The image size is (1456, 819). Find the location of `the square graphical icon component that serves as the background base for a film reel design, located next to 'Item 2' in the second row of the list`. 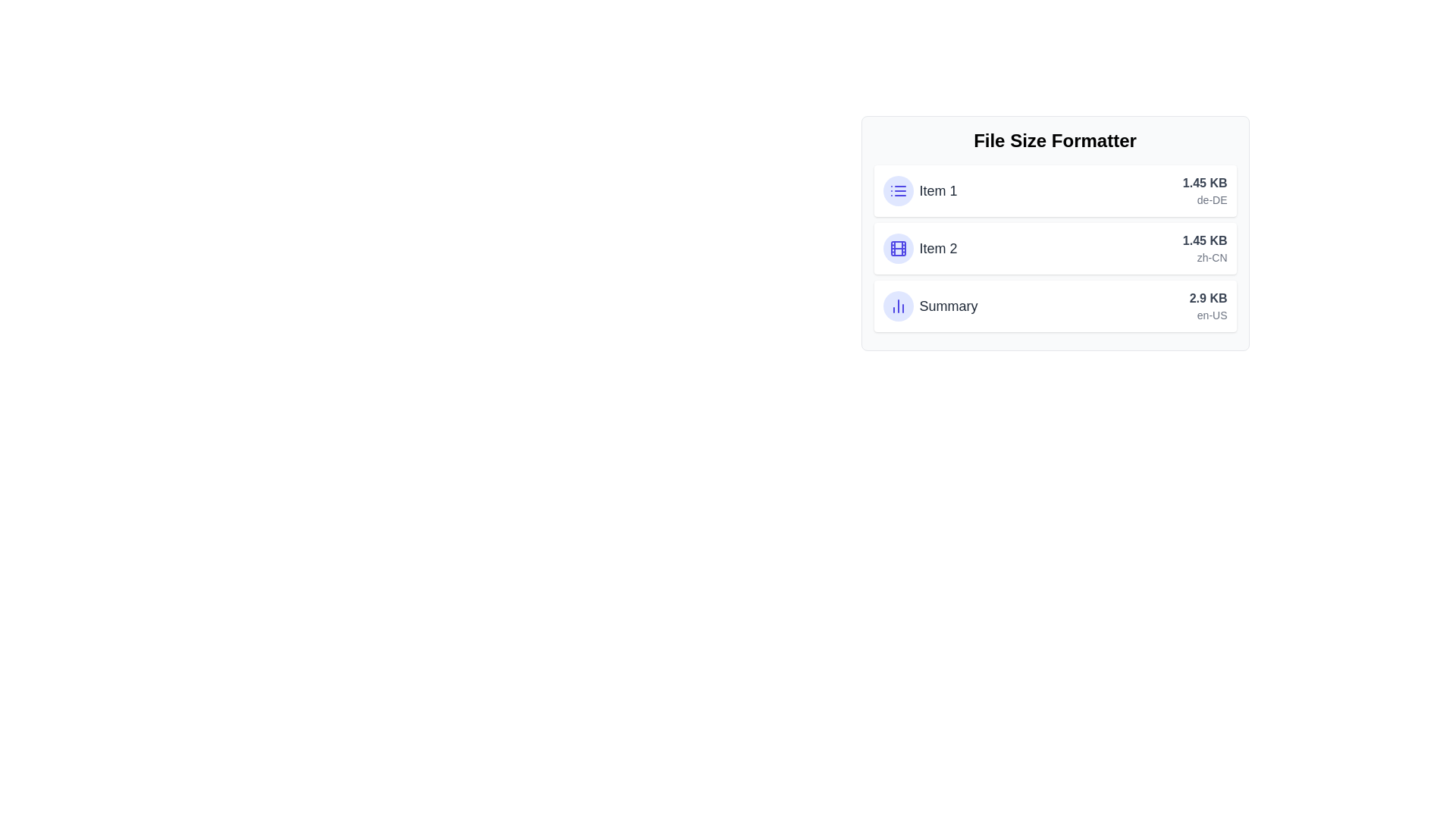

the square graphical icon component that serves as the background base for a film reel design, located next to 'Item 2' in the second row of the list is located at coordinates (898, 247).